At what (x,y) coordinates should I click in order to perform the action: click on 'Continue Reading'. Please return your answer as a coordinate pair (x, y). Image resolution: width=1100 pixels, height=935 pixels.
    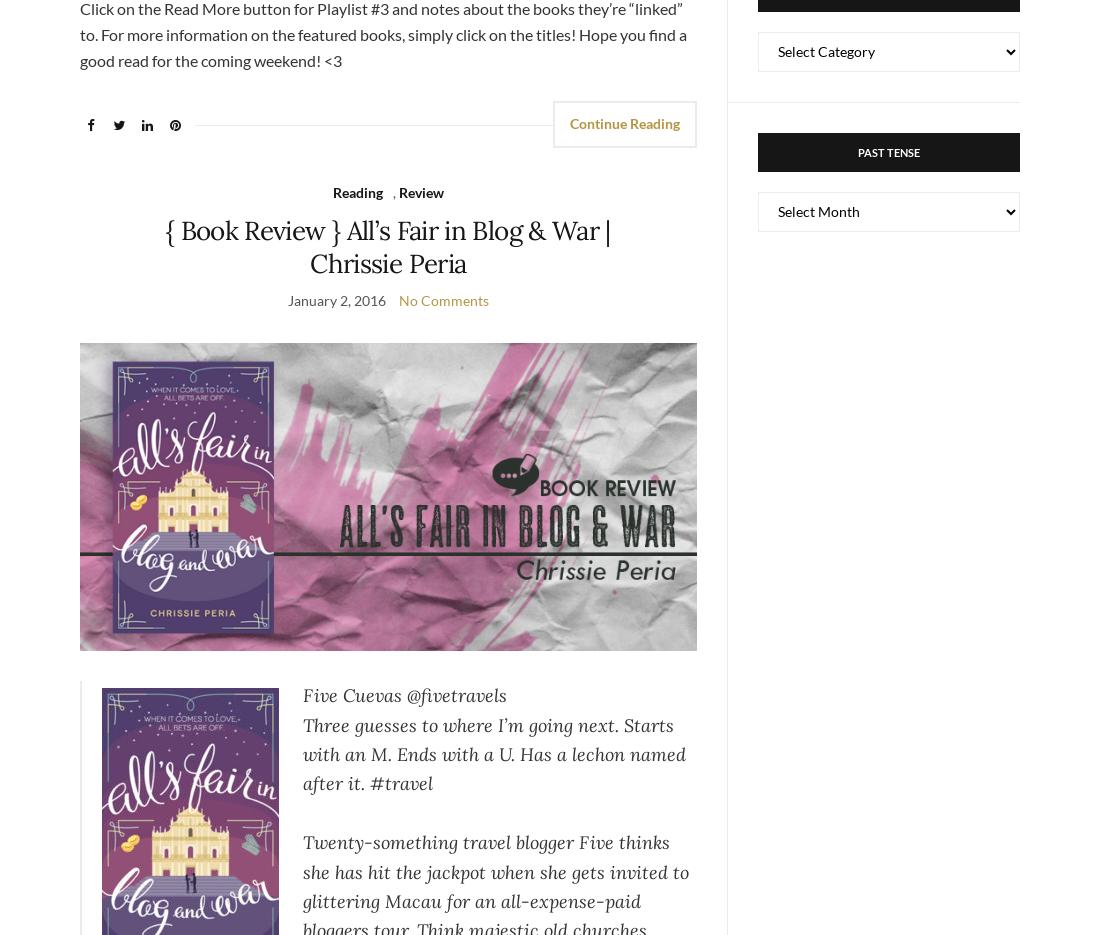
    Looking at the image, I should click on (624, 121).